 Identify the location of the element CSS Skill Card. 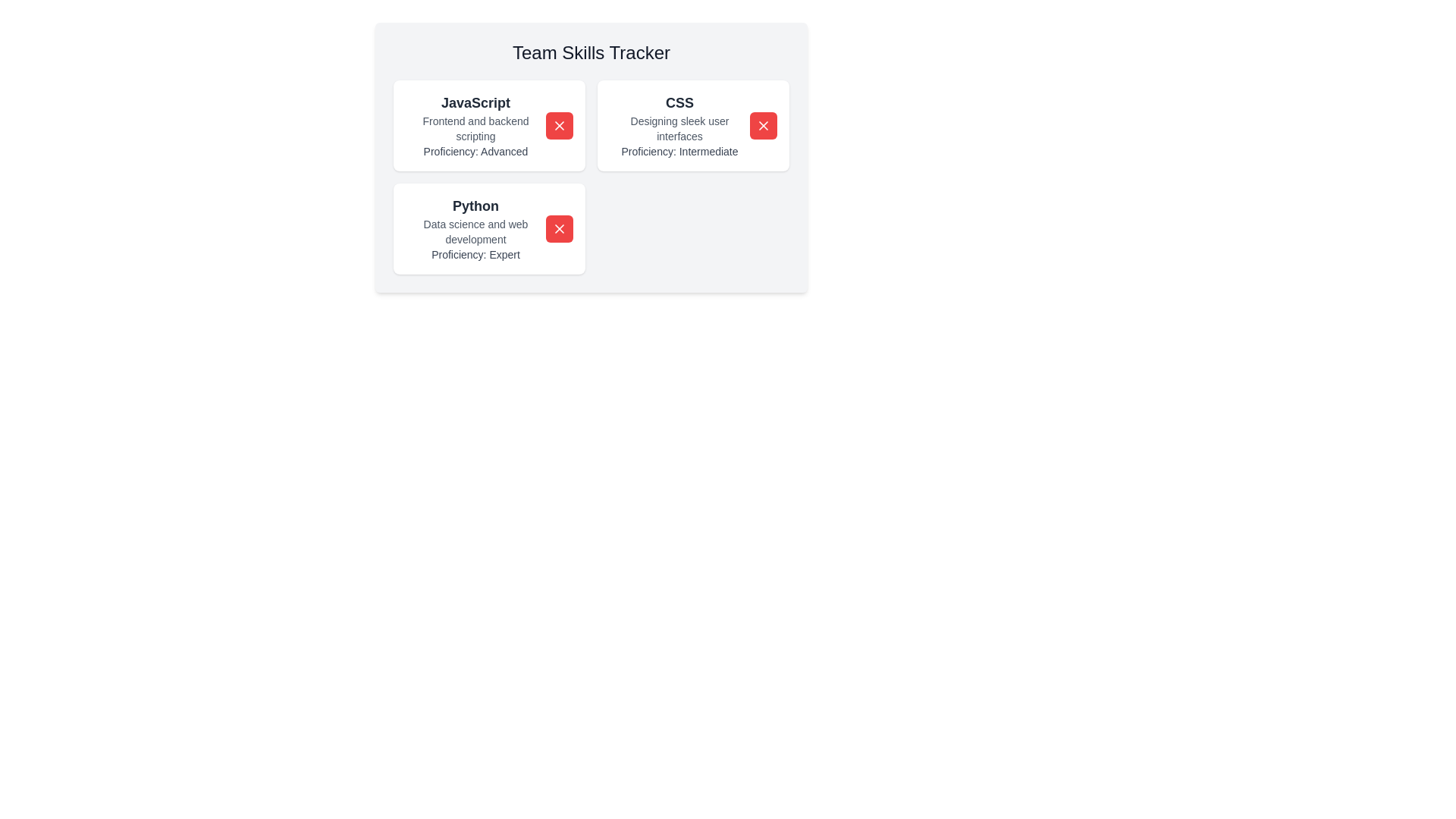
(679, 124).